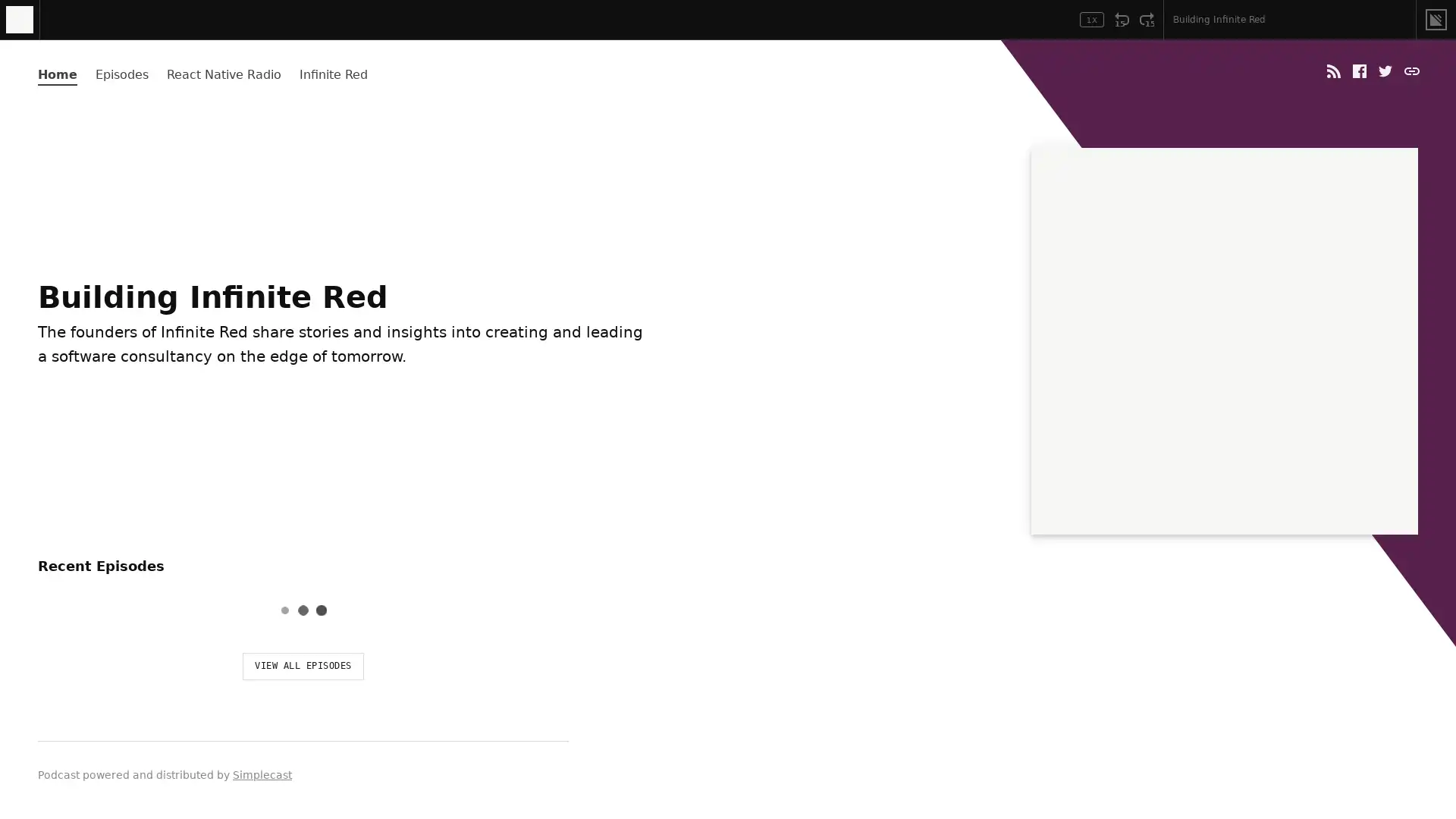 This screenshot has width=1456, height=819. I want to click on Play, so click(58, 20).